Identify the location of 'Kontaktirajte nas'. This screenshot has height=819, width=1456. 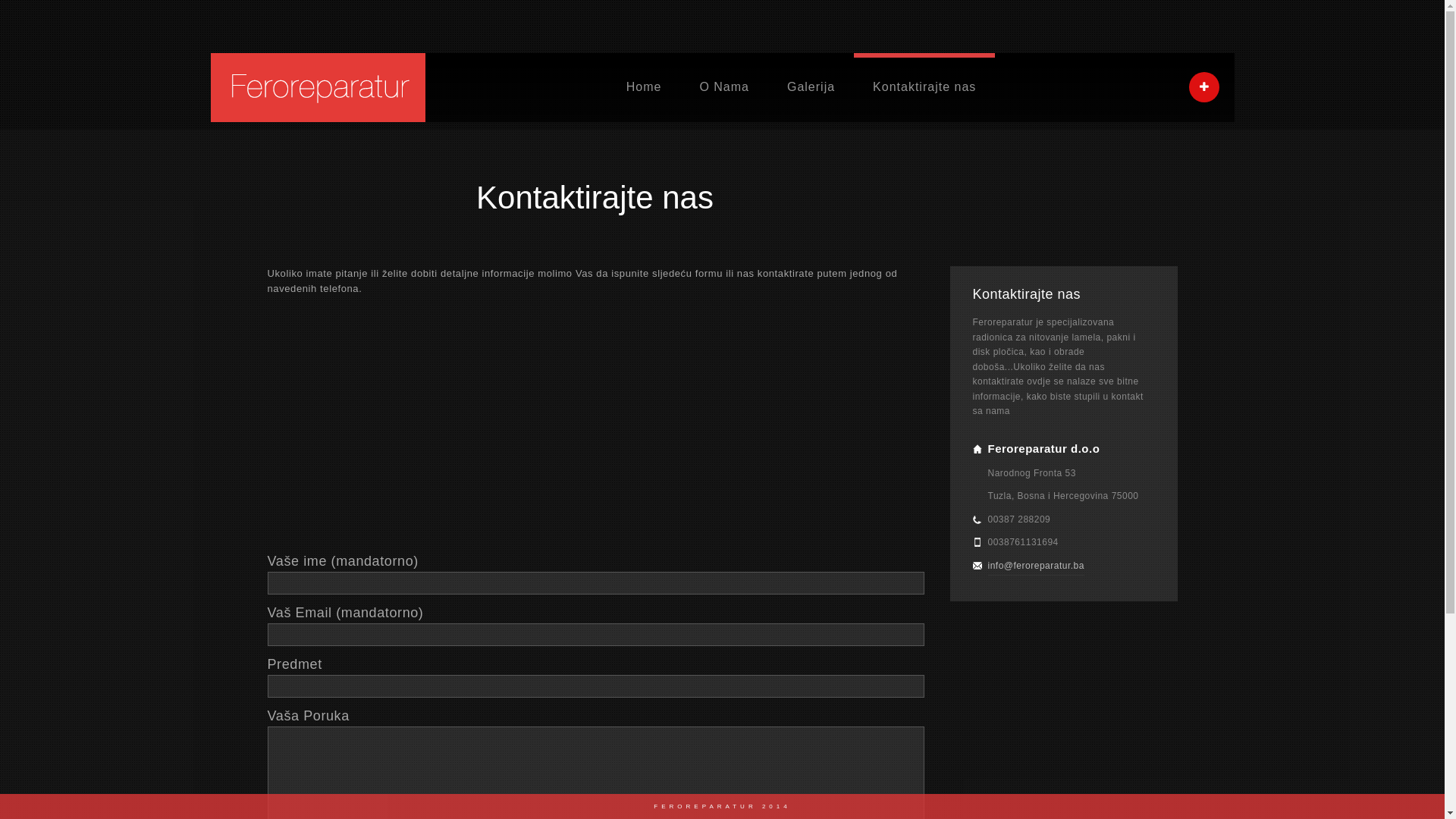
(924, 87).